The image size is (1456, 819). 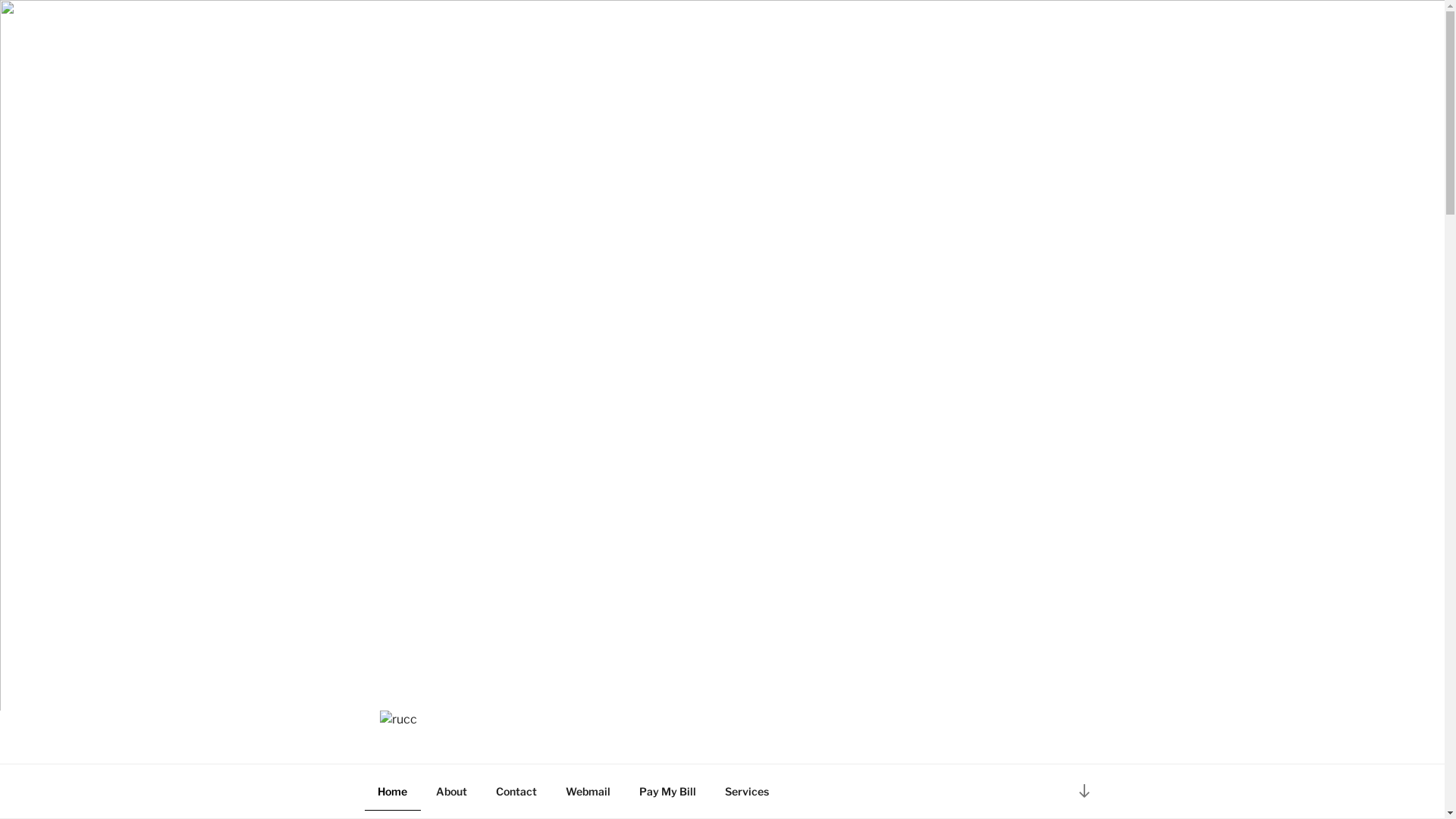 What do you see at coordinates (586, 789) in the screenshot?
I see `'Webmail'` at bounding box center [586, 789].